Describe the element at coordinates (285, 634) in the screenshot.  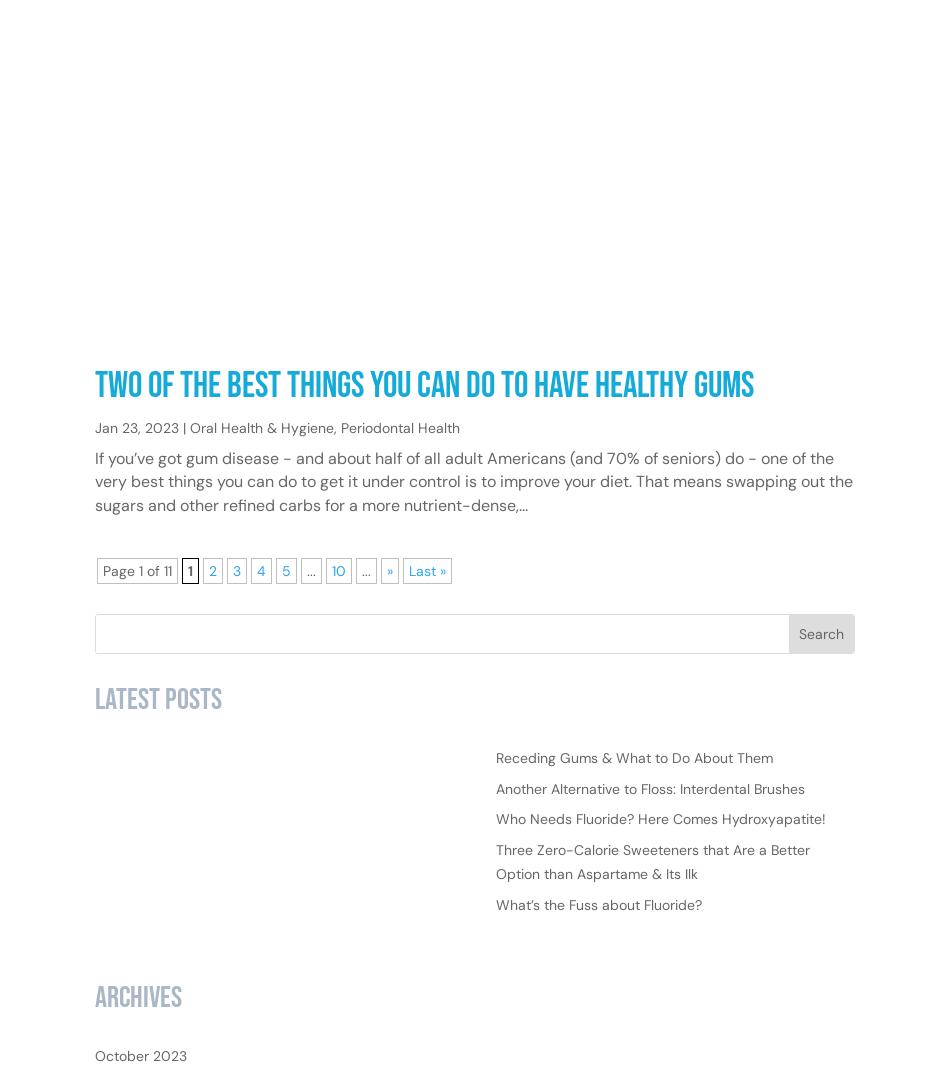
I see `'5'` at that location.